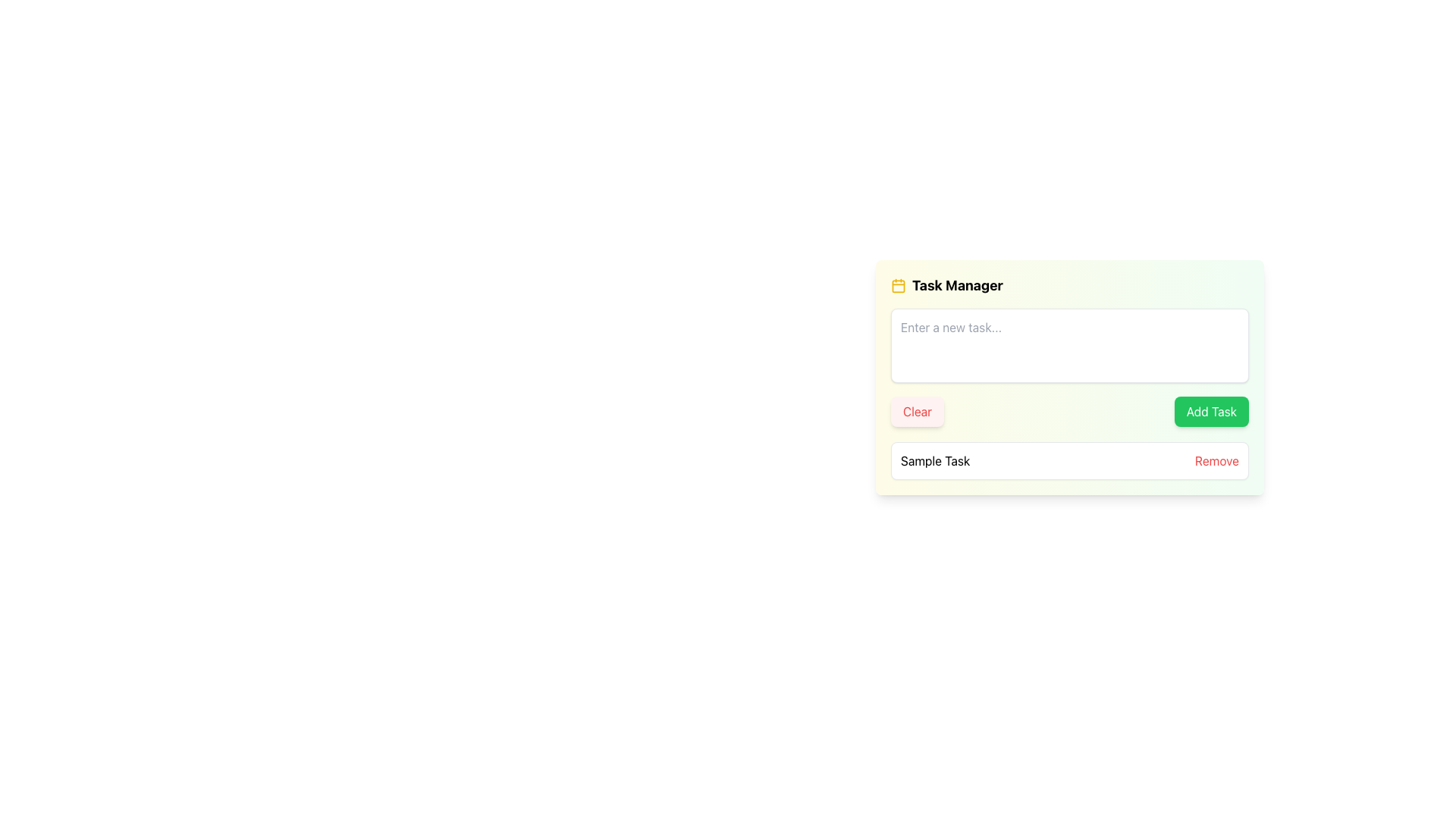  Describe the element at coordinates (1210, 412) in the screenshot. I see `the 'Add Task' button located at the bottom-right side of the 'Task Manager' interface card for keyboard interaction` at that location.